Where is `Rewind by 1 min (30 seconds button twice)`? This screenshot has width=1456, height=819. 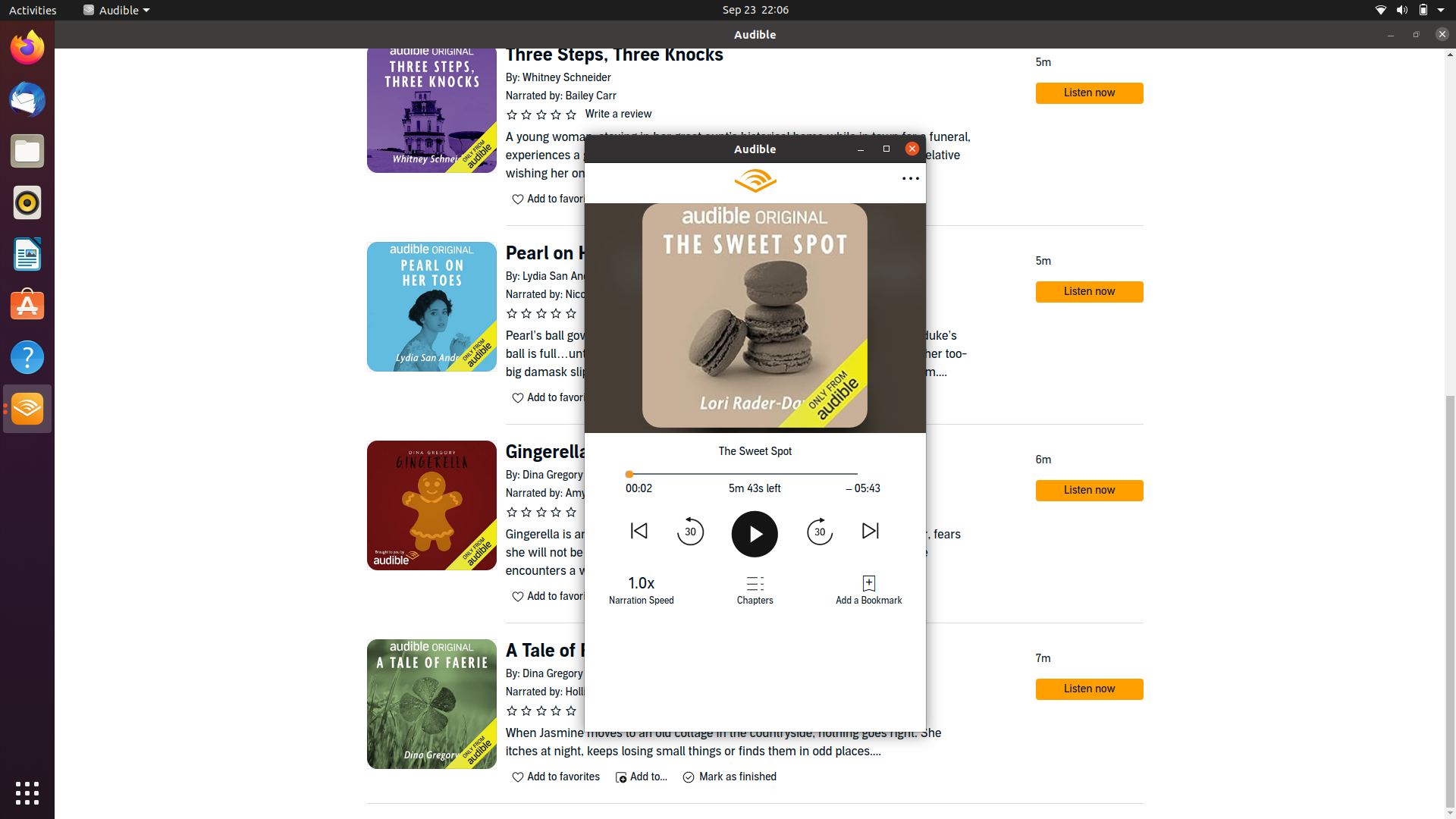
Rewind by 1 min (30 seconds button twice) is located at coordinates (691, 529).